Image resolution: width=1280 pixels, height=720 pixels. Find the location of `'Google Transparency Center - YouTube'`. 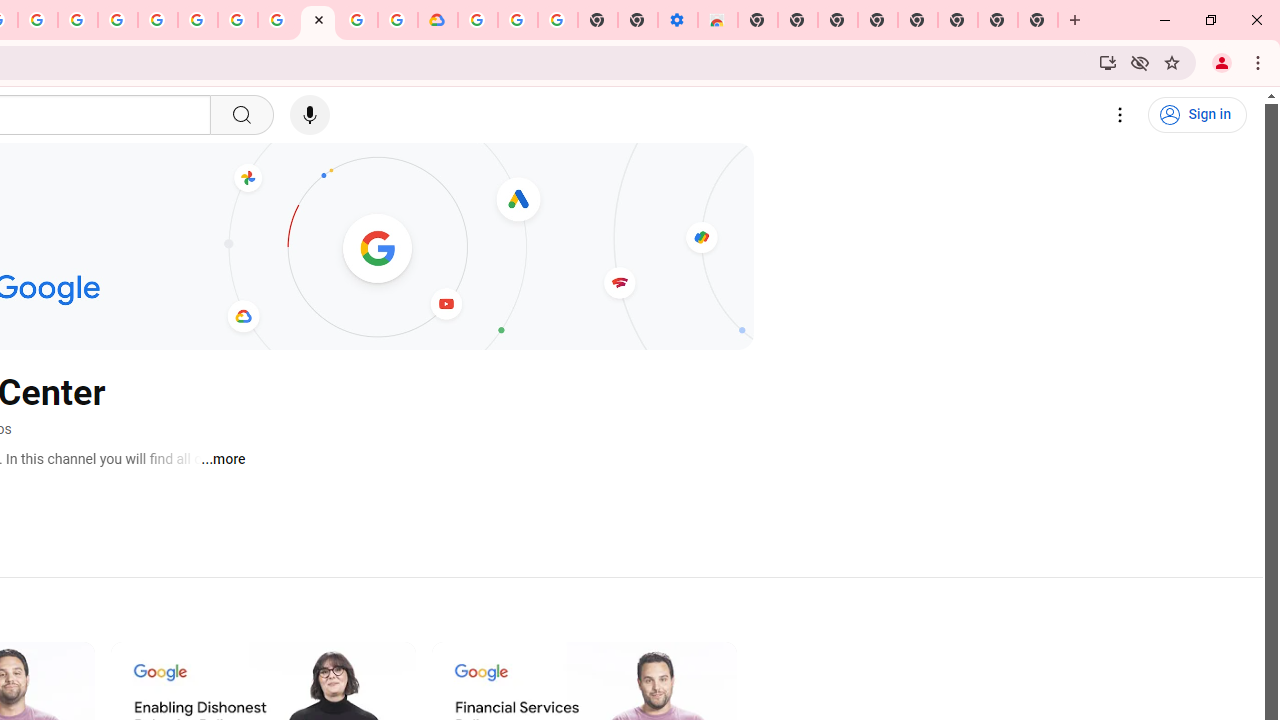

'Google Transparency Center - YouTube' is located at coordinates (317, 20).